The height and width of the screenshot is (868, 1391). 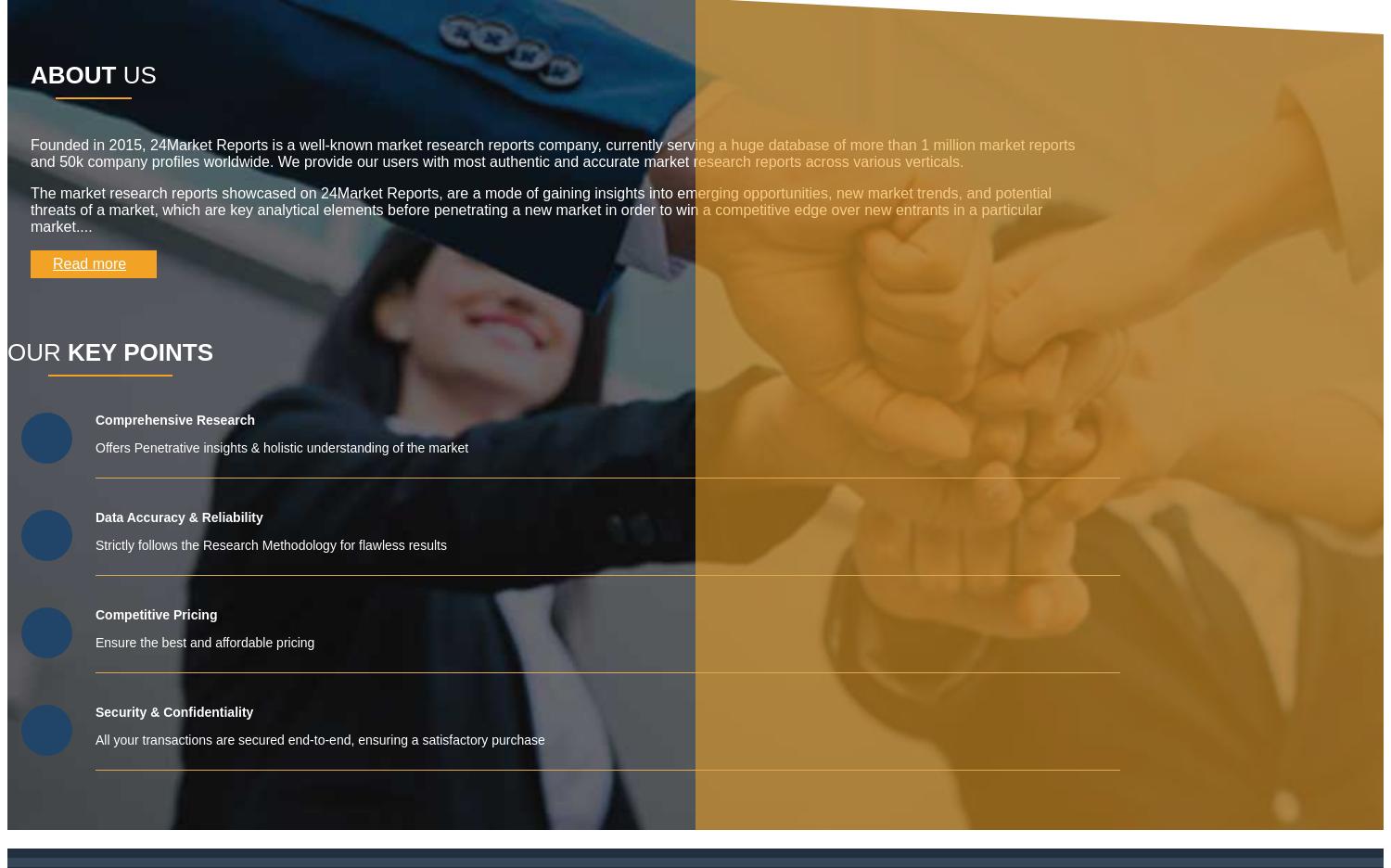 I want to click on 'Competitive Pricing', so click(x=156, y=613).